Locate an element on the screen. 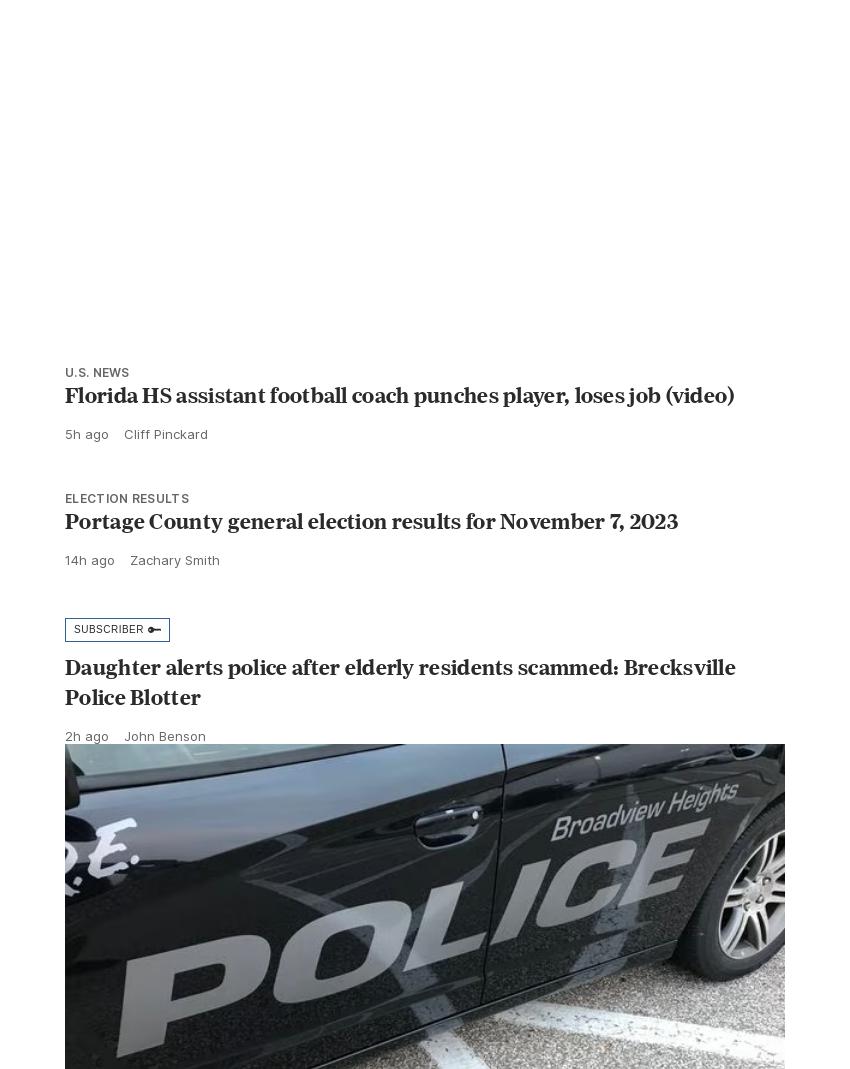 The image size is (850, 1069). 'Subscriber' is located at coordinates (107, 672).